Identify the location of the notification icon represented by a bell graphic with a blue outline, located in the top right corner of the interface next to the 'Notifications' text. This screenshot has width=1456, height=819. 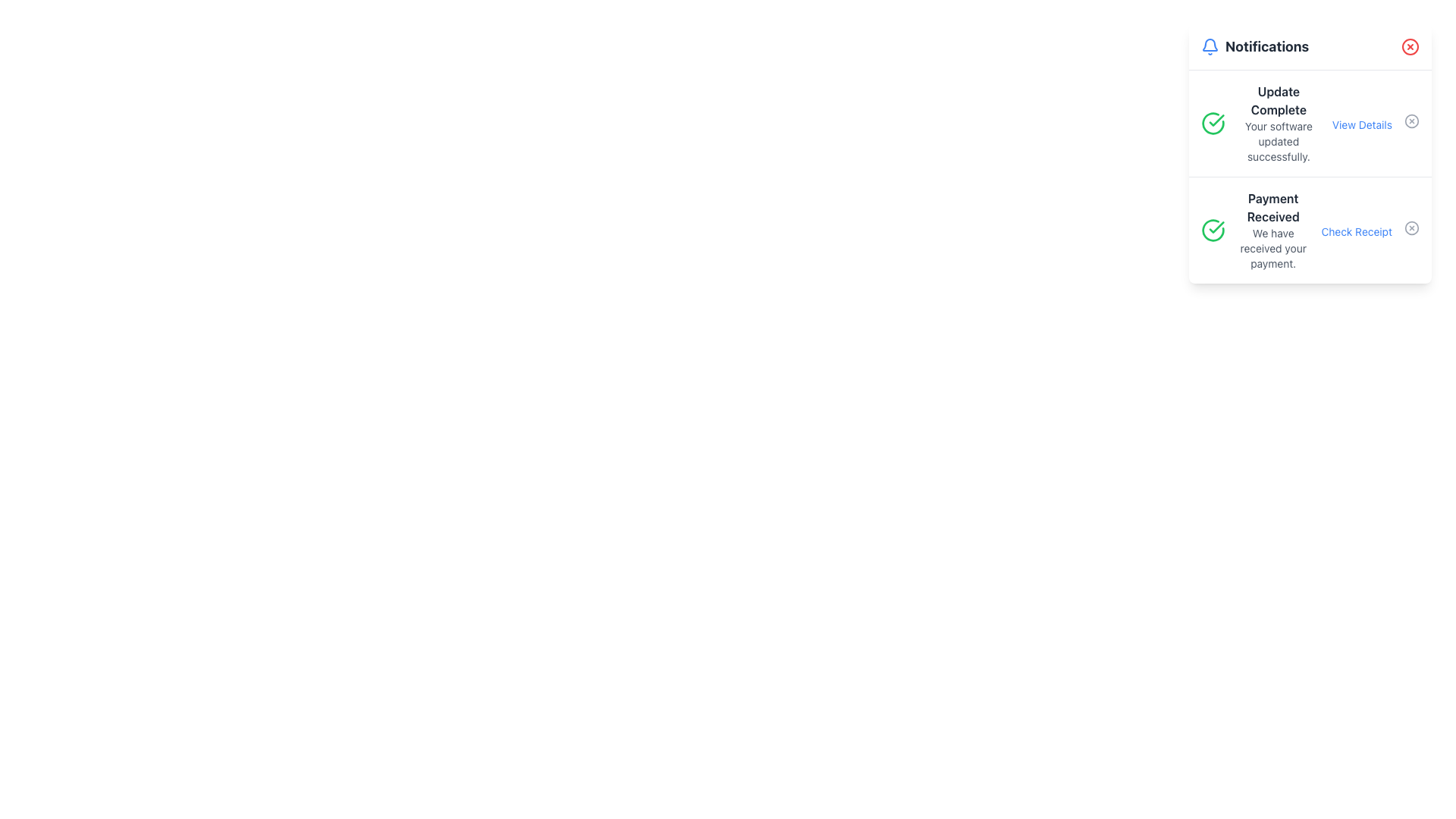
(1210, 45).